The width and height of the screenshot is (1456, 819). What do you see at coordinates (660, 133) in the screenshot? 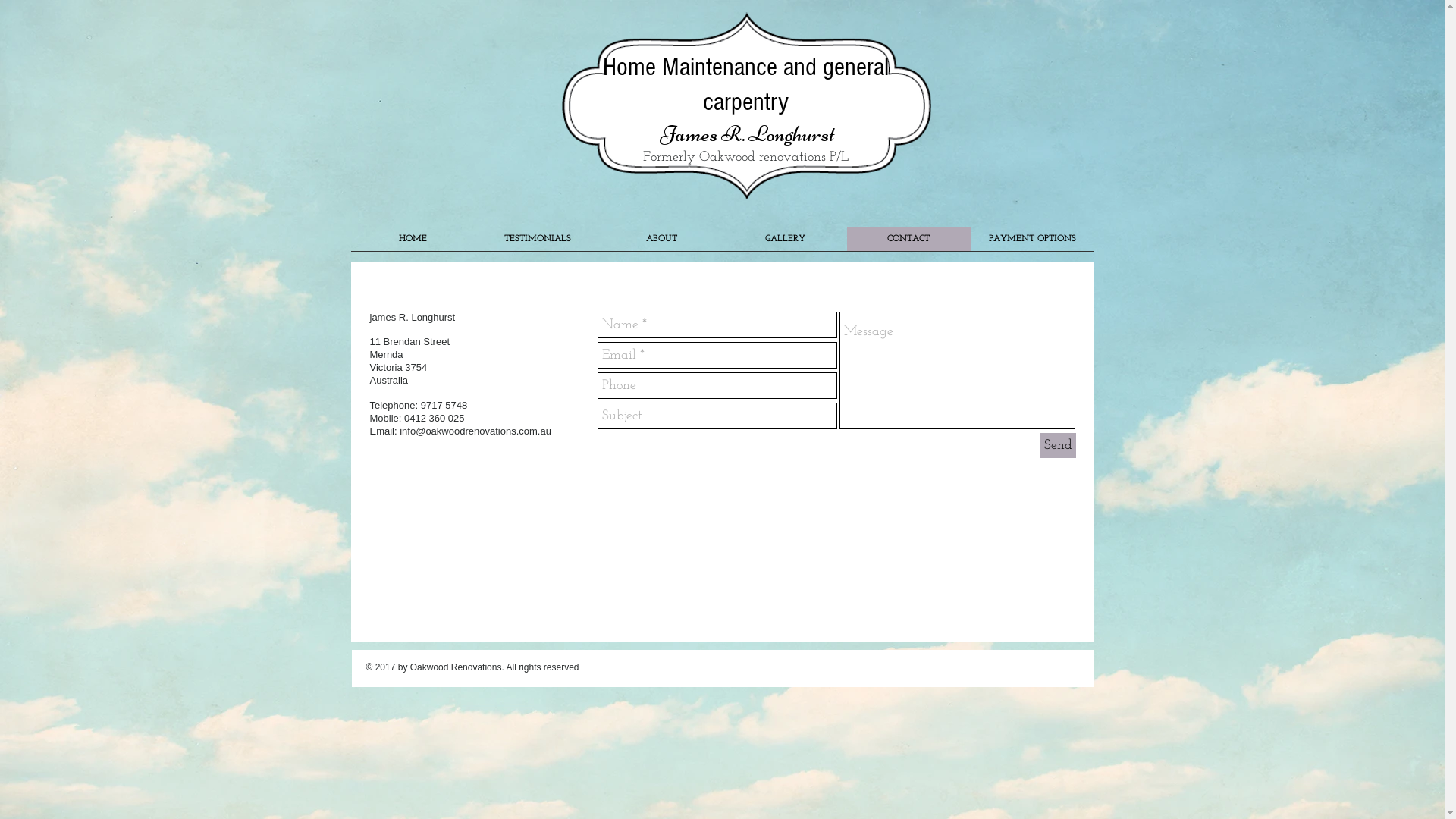
I see `'James R. Longhurst'` at bounding box center [660, 133].